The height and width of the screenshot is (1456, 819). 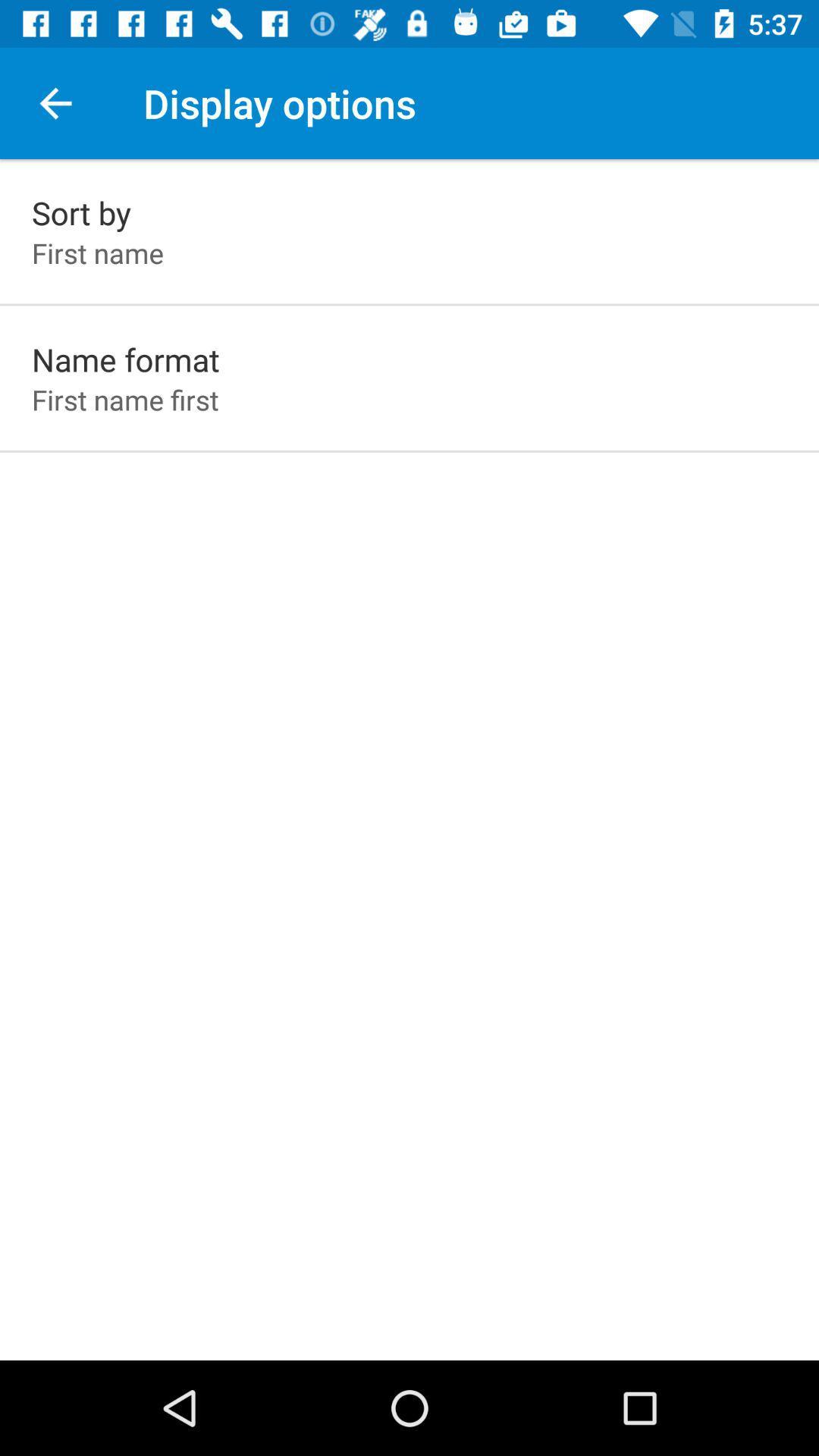 What do you see at coordinates (124, 359) in the screenshot?
I see `name format app` at bounding box center [124, 359].